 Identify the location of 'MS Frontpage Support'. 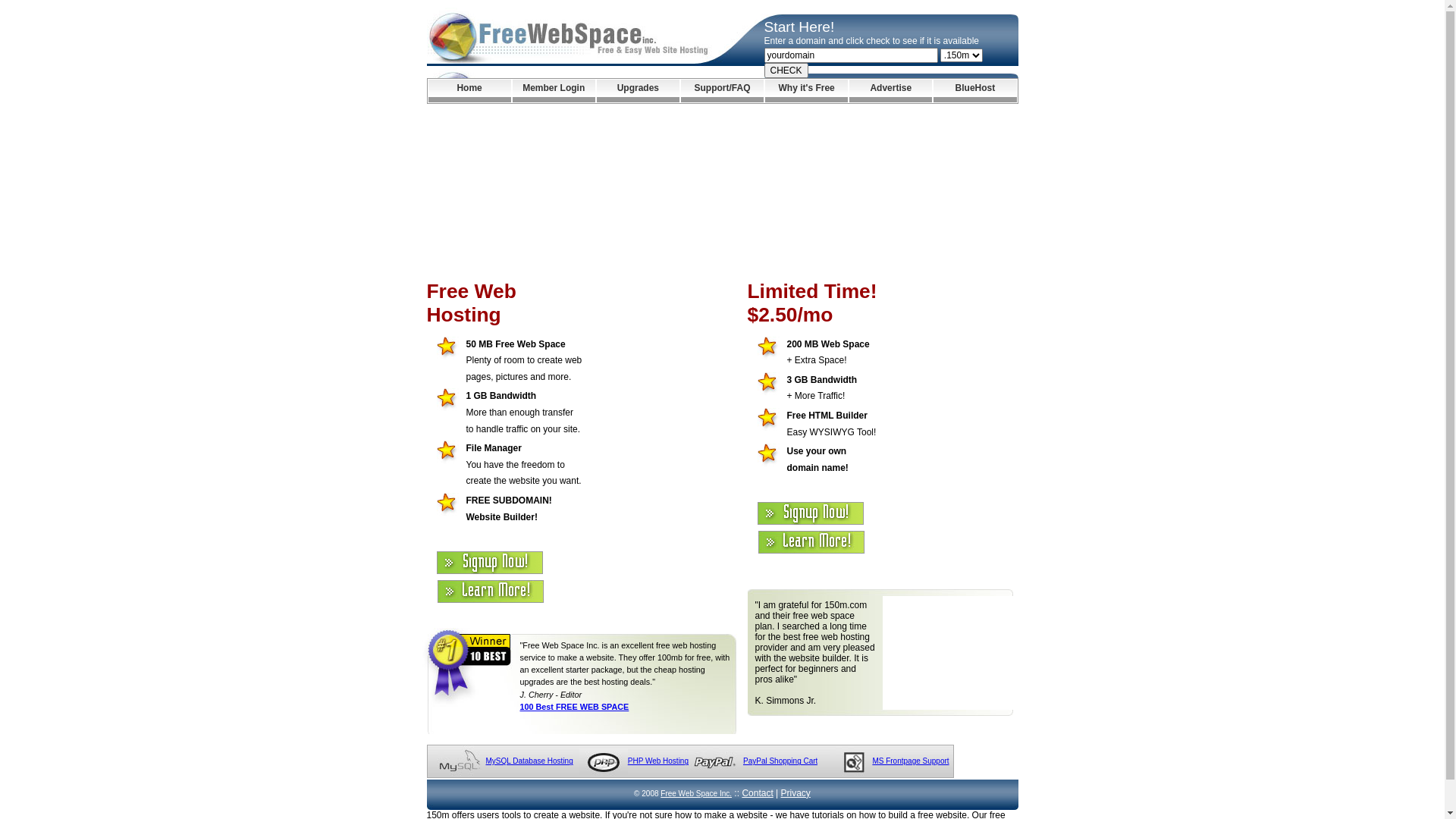
(910, 761).